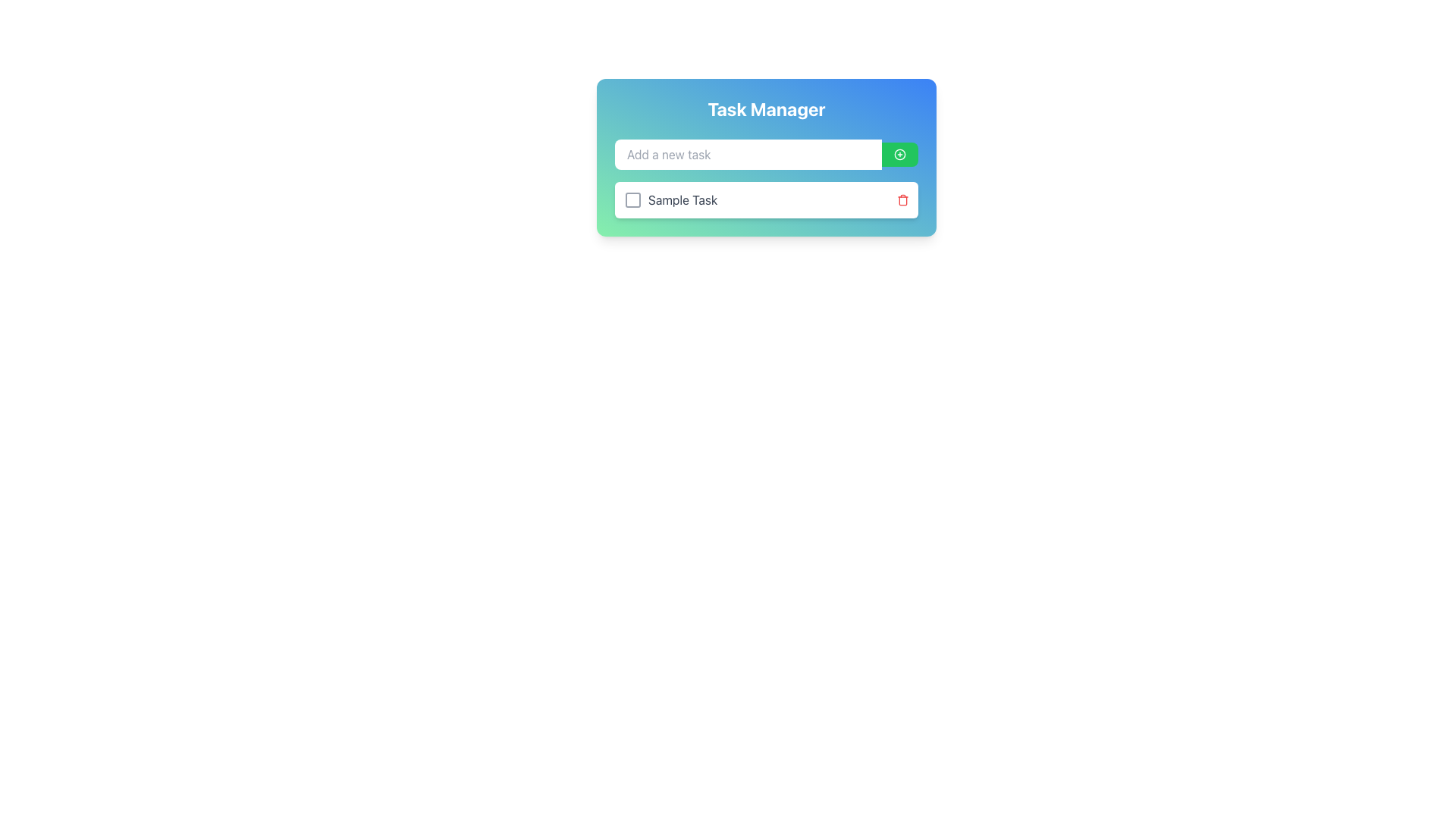 The image size is (1456, 819). I want to click on the trash bin icon, which is styled in red and located at the far-right end of the task row displaying 'Sample Task', so click(902, 199).